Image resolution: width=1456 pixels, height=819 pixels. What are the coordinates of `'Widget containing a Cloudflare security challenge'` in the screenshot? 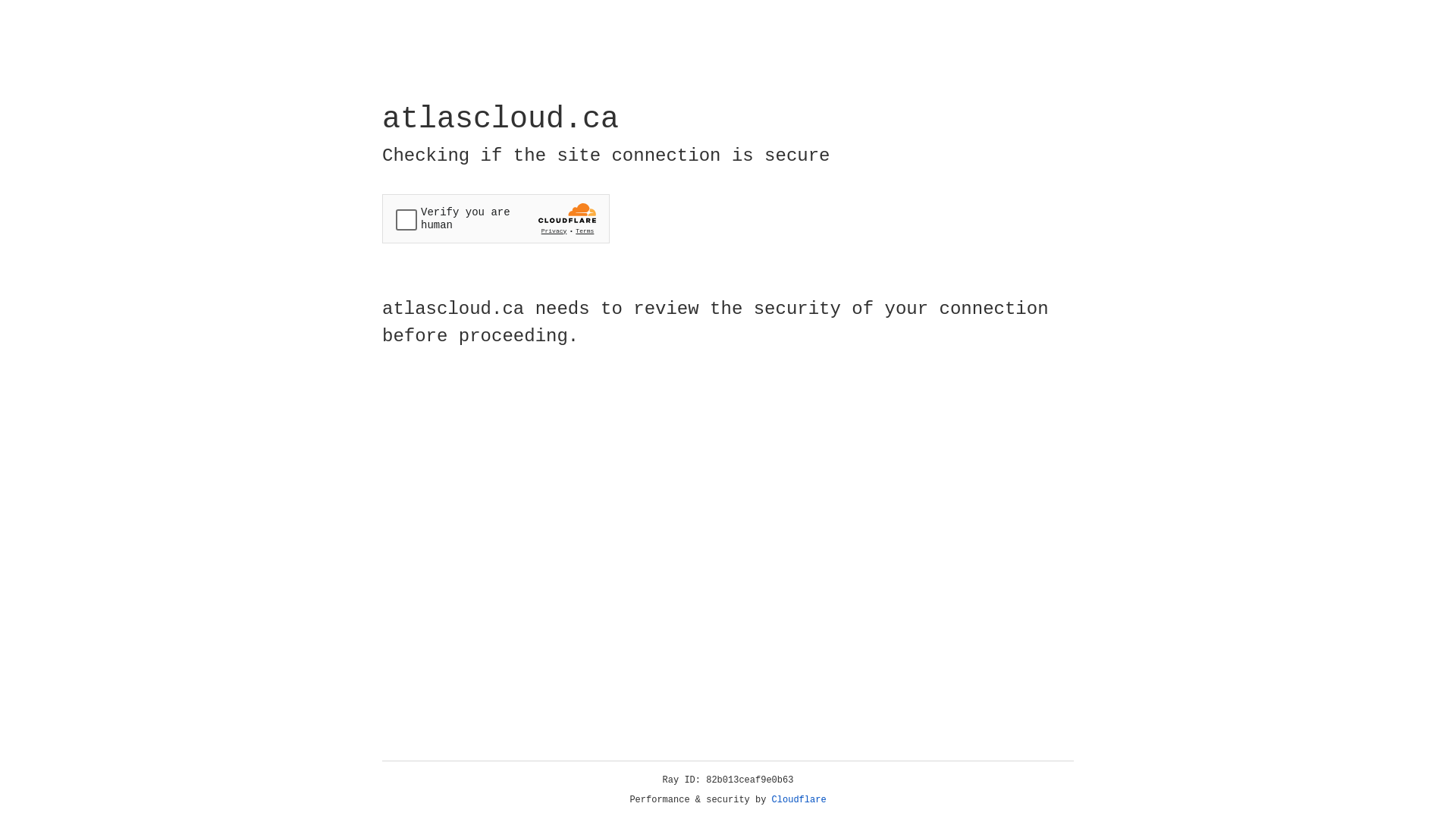 It's located at (495, 218).